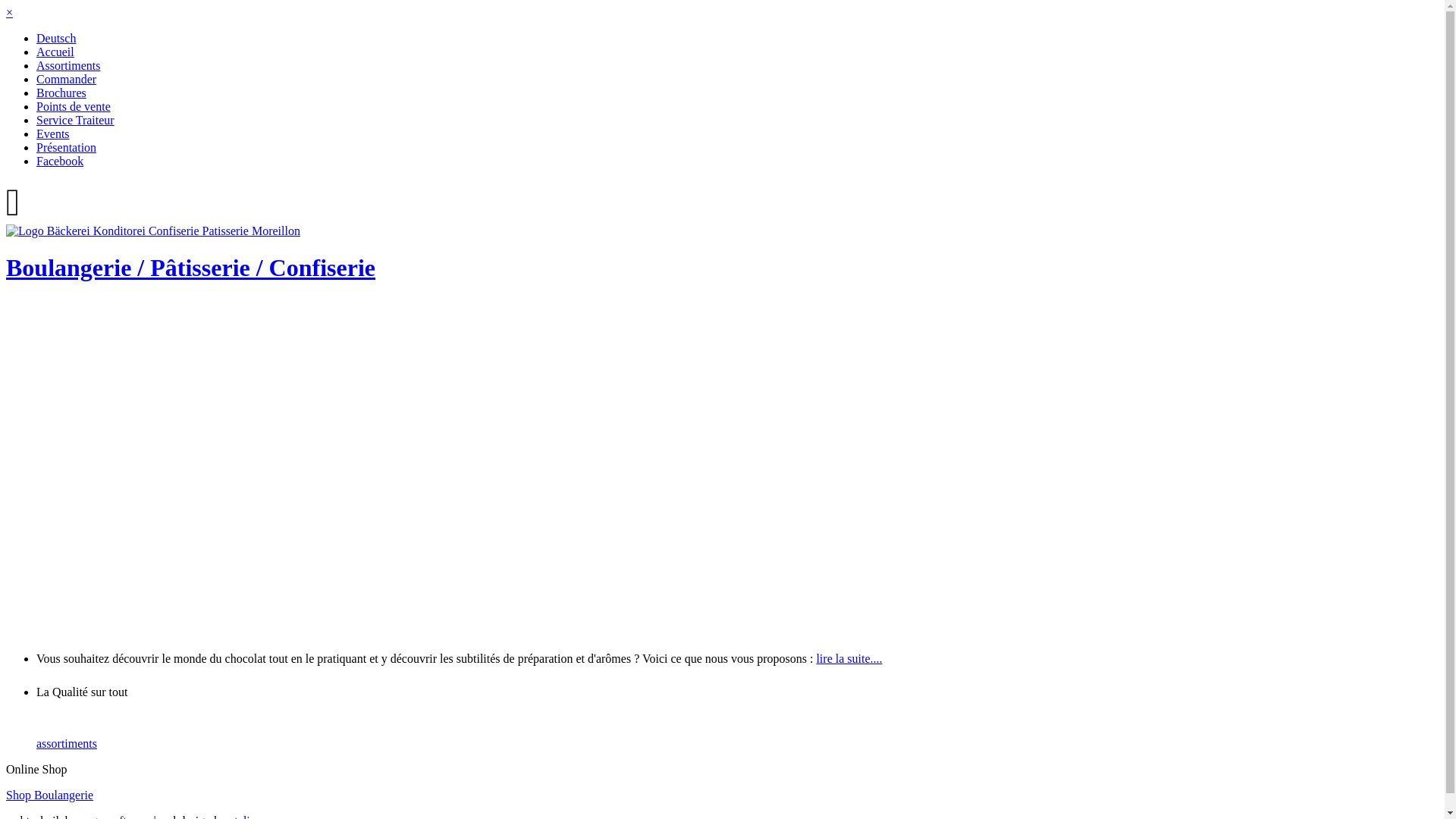  What do you see at coordinates (55, 37) in the screenshot?
I see `'Deutsch'` at bounding box center [55, 37].